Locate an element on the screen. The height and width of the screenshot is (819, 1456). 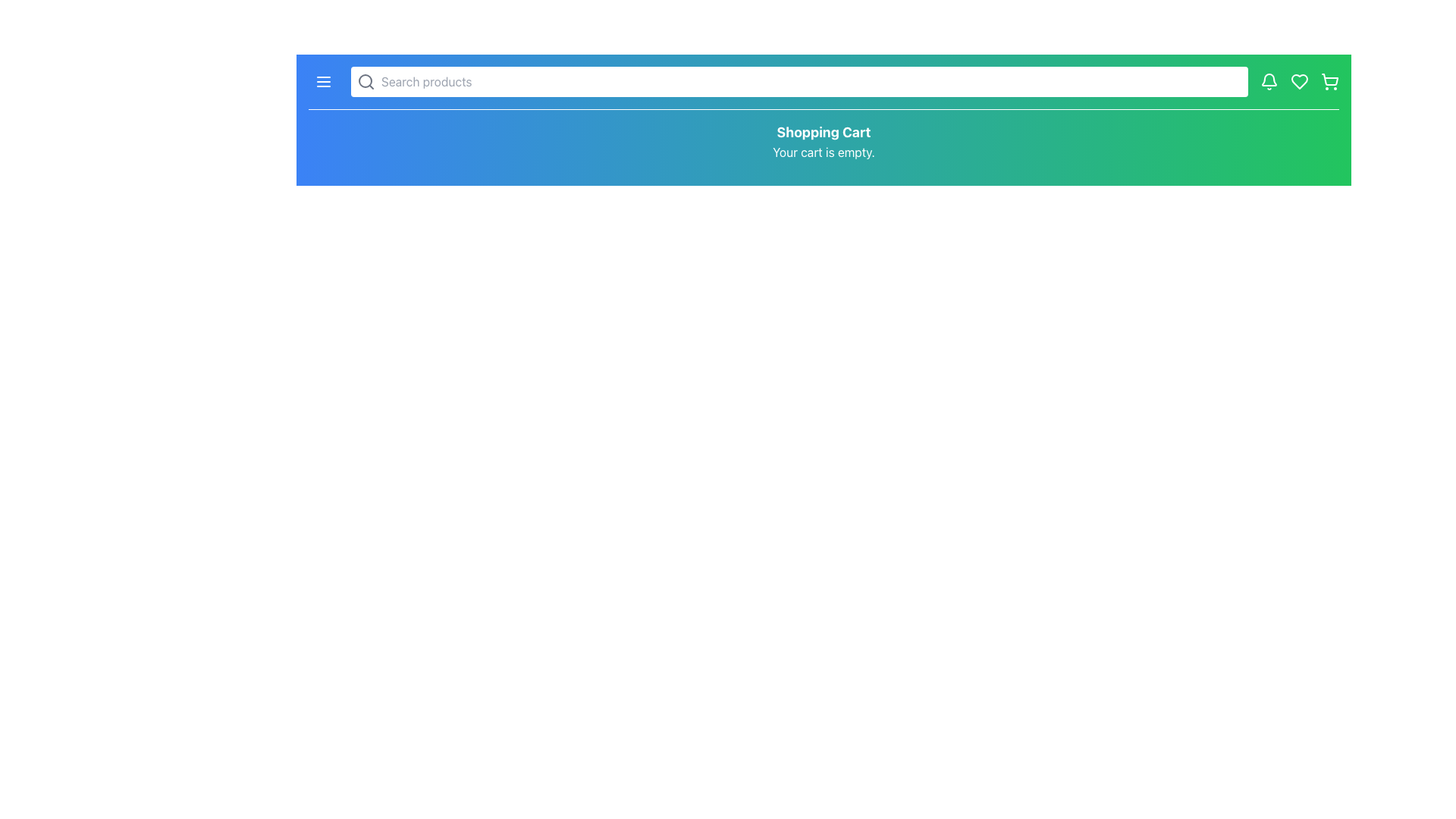
the heart-shaped icon with a hollow outline and filled green color located at the top-right corner of the interface to like or favorite is located at coordinates (1298, 82).